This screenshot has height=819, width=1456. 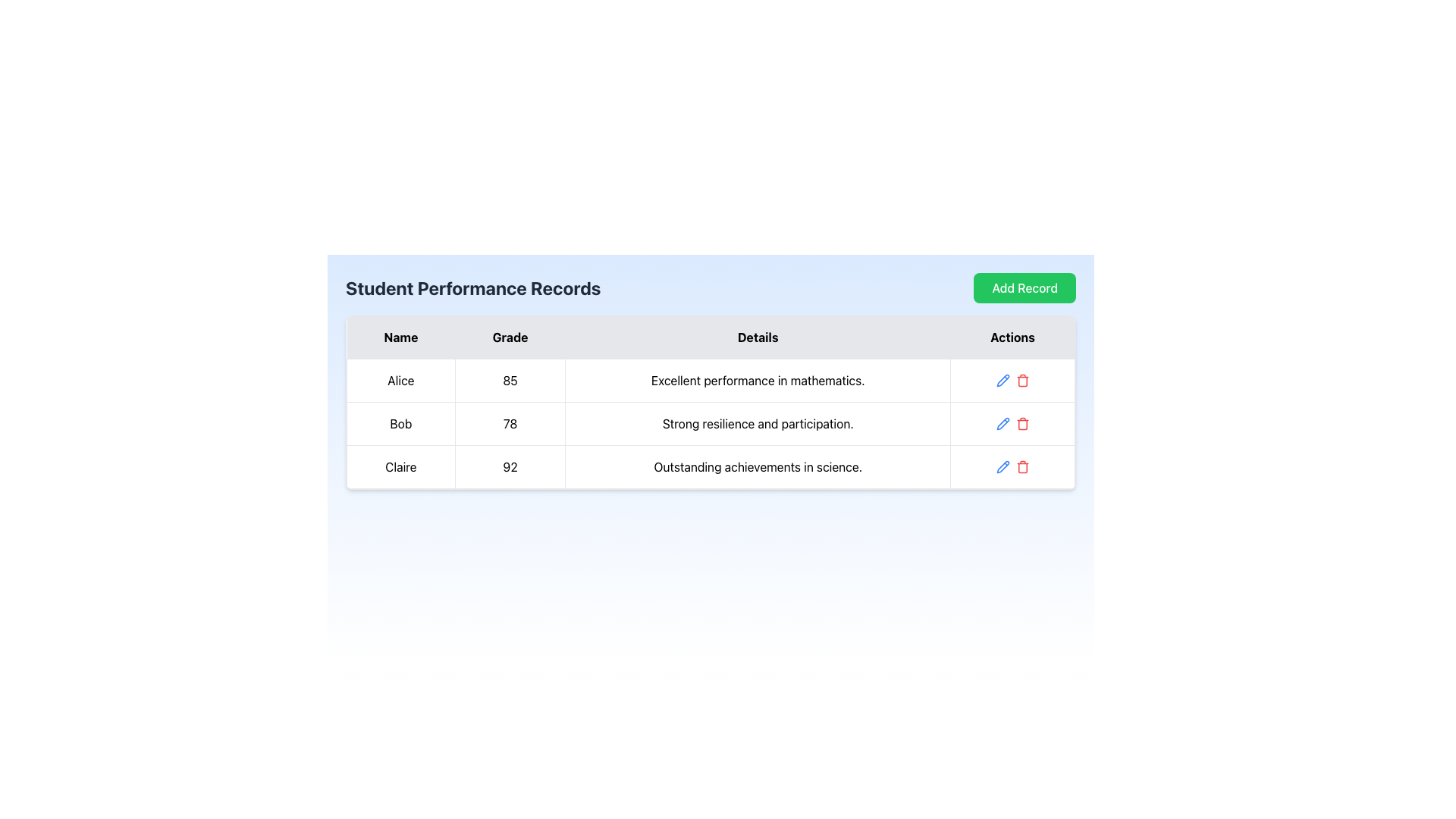 What do you see at coordinates (1003, 424) in the screenshot?
I see `the pencil icon in the Actions column of the second row of the table, which is used to initiate an edit action` at bounding box center [1003, 424].